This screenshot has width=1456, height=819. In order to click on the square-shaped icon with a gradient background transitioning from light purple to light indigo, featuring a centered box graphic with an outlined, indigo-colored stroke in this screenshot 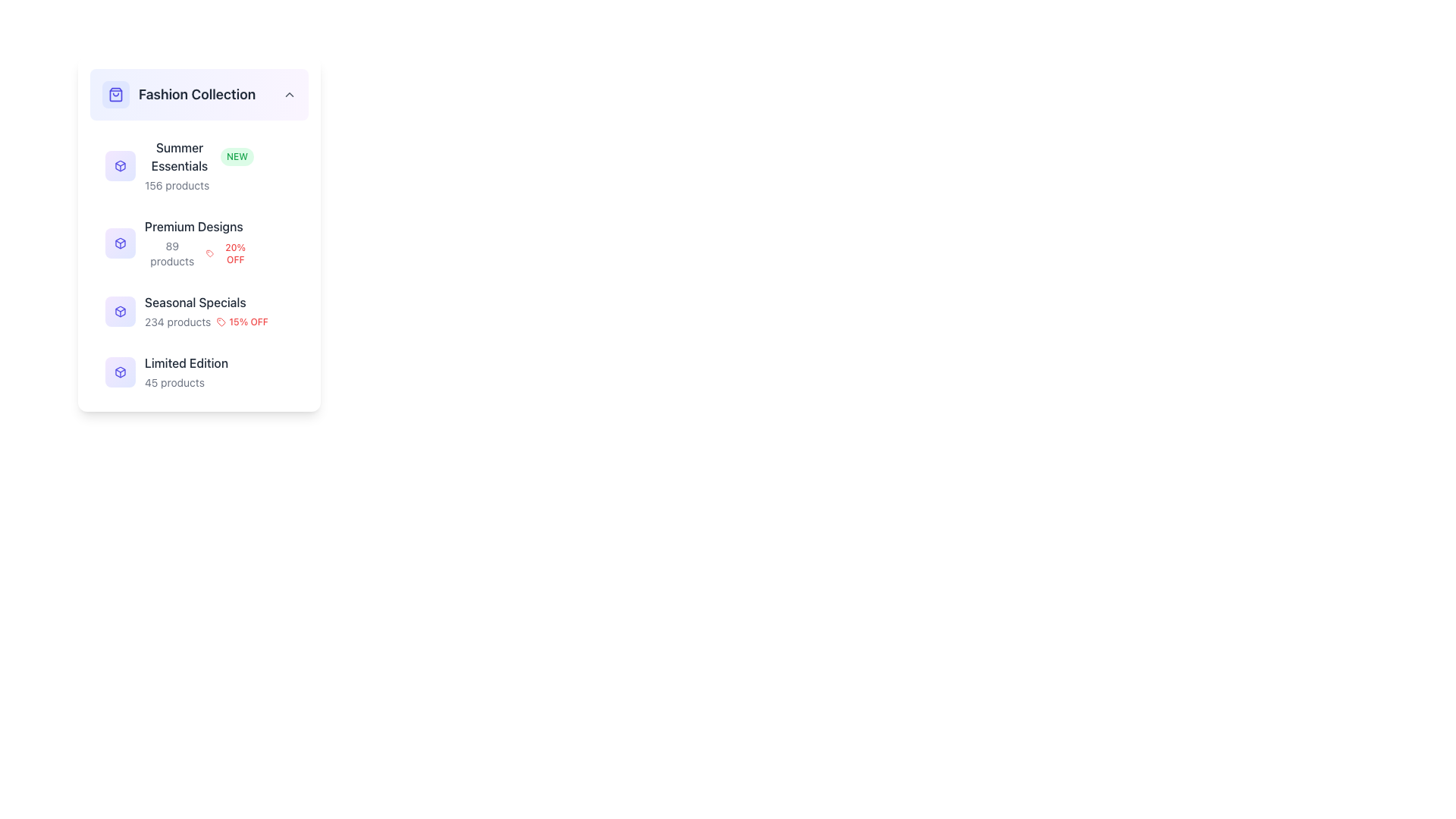, I will do `click(119, 311)`.